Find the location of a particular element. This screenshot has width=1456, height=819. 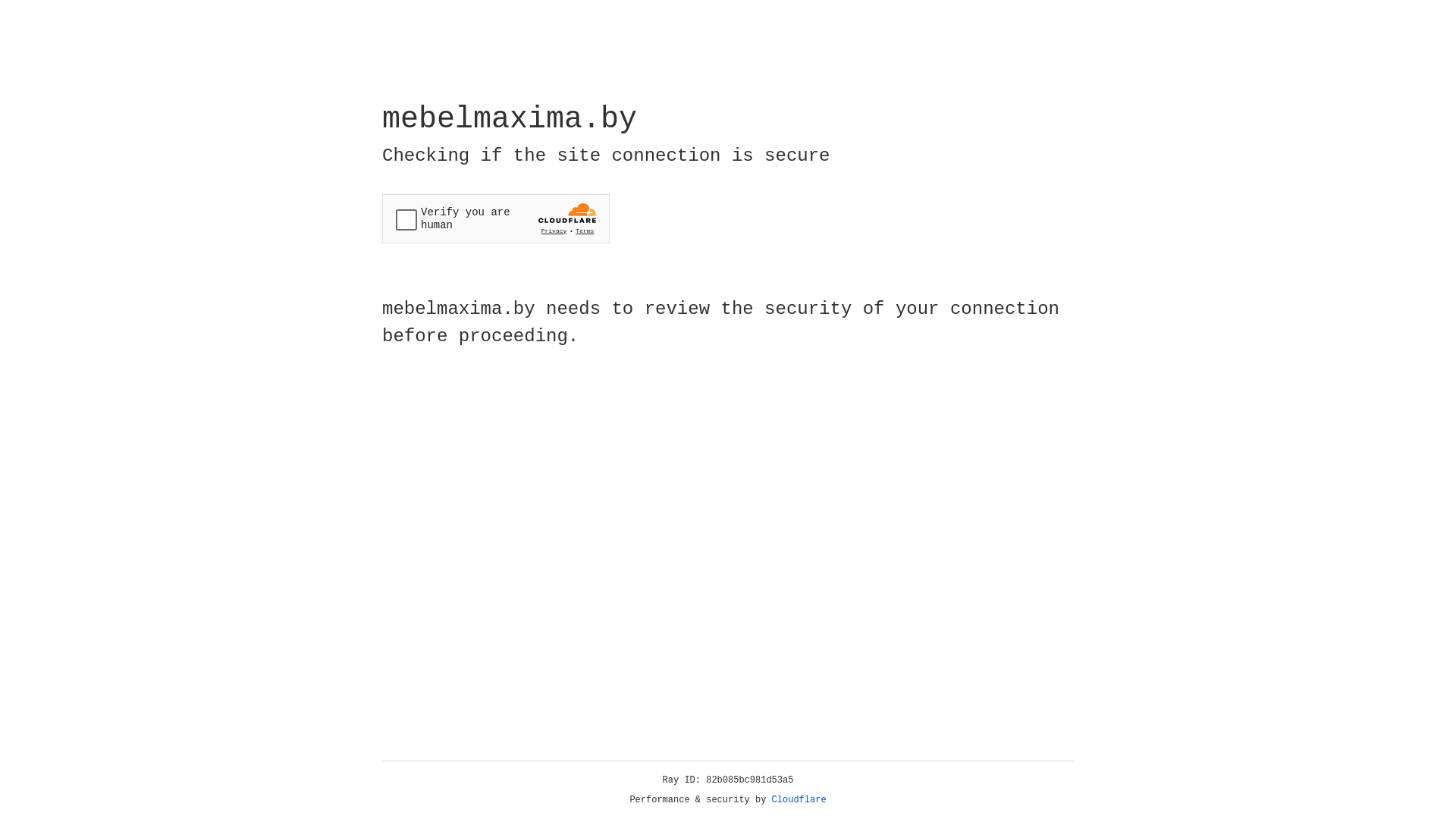

'Widget containing a Cloudflare security challenge' is located at coordinates (495, 218).